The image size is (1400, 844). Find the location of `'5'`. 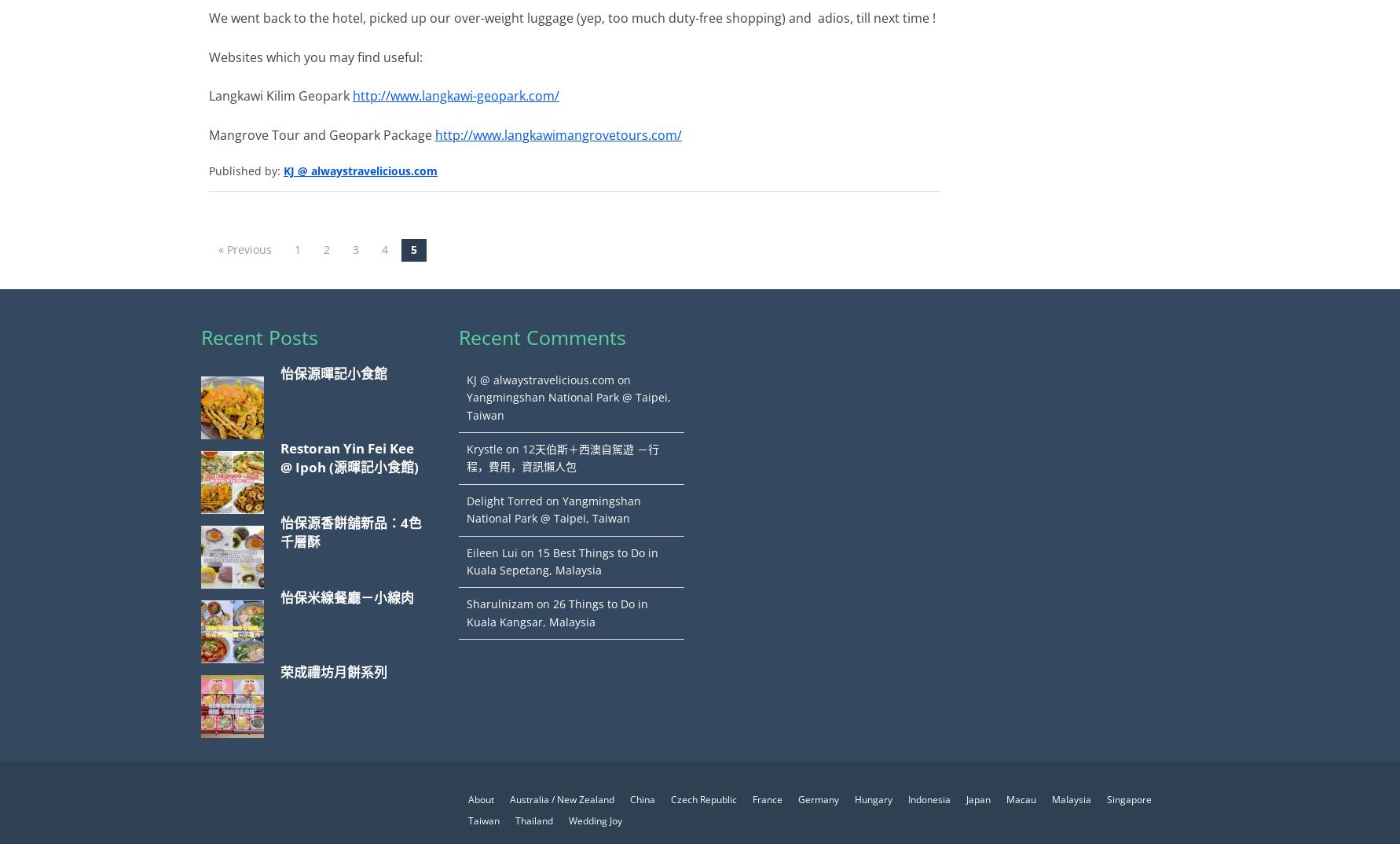

'5' is located at coordinates (410, 249).